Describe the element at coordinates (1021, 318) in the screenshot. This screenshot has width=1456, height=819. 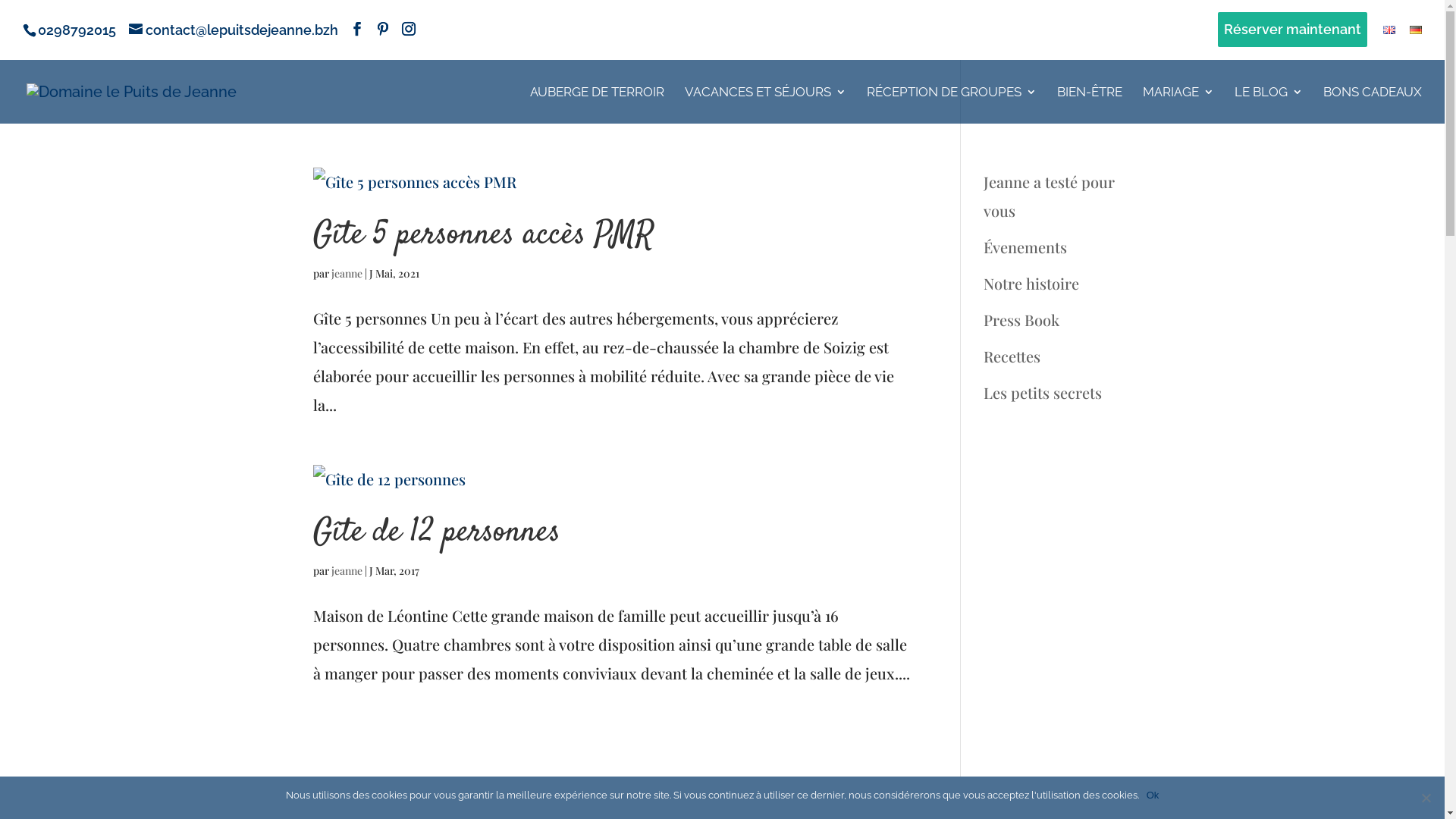
I see `'Press Book'` at that location.